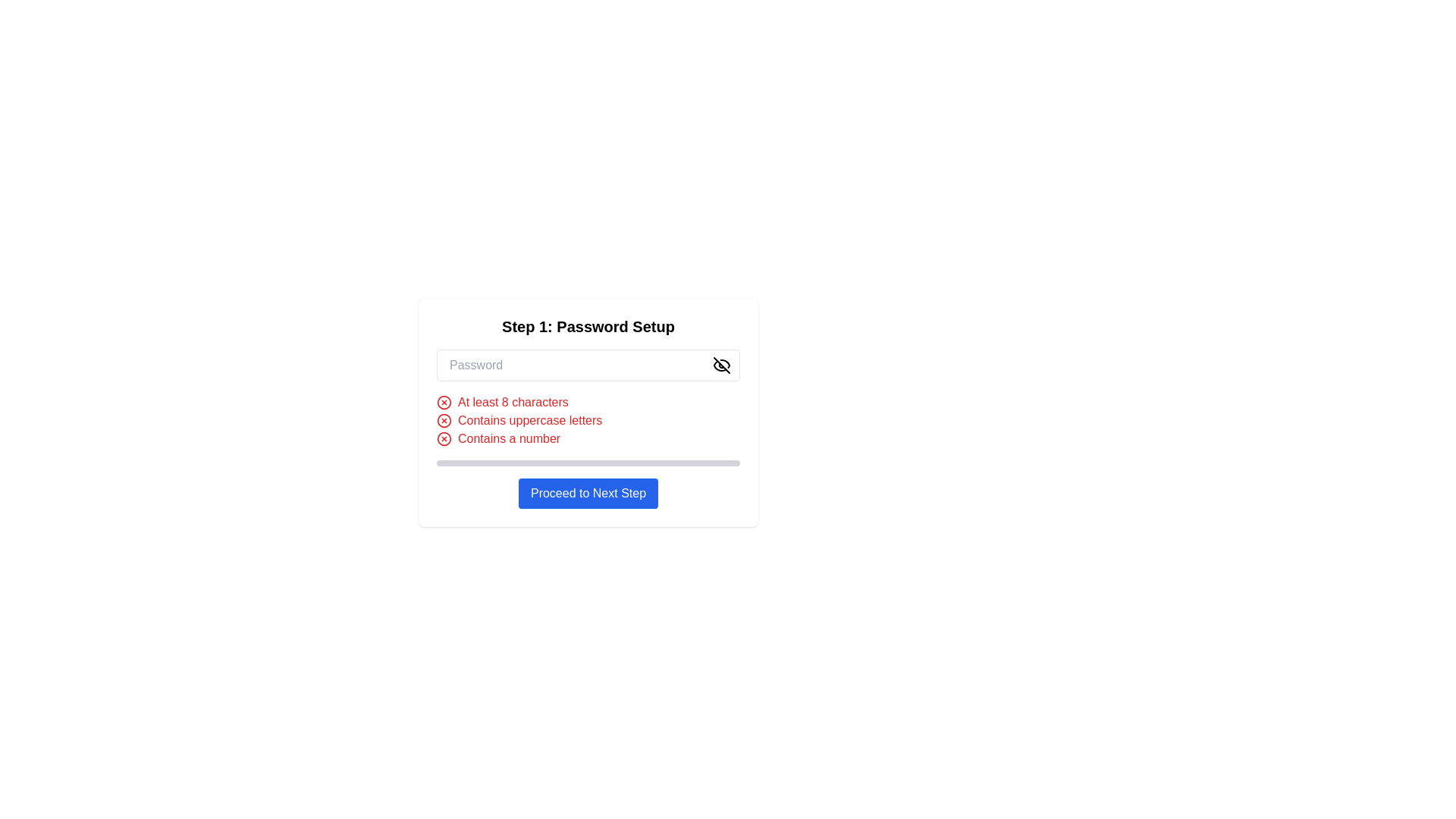 Image resolution: width=1456 pixels, height=819 pixels. I want to click on the password requirements text component located directly beneath the password input field to potentially trigger a tooltip, so click(588, 421).